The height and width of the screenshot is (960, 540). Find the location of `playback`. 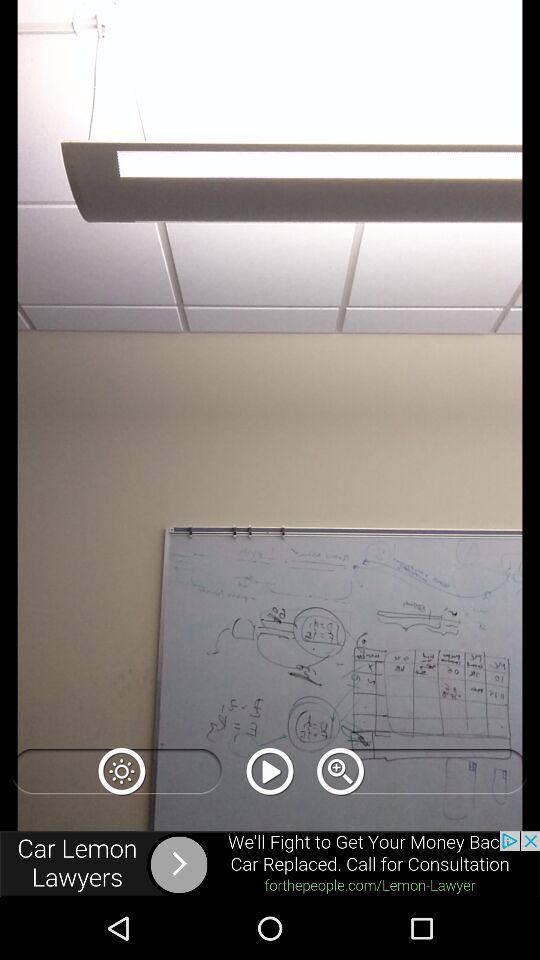

playback is located at coordinates (270, 770).